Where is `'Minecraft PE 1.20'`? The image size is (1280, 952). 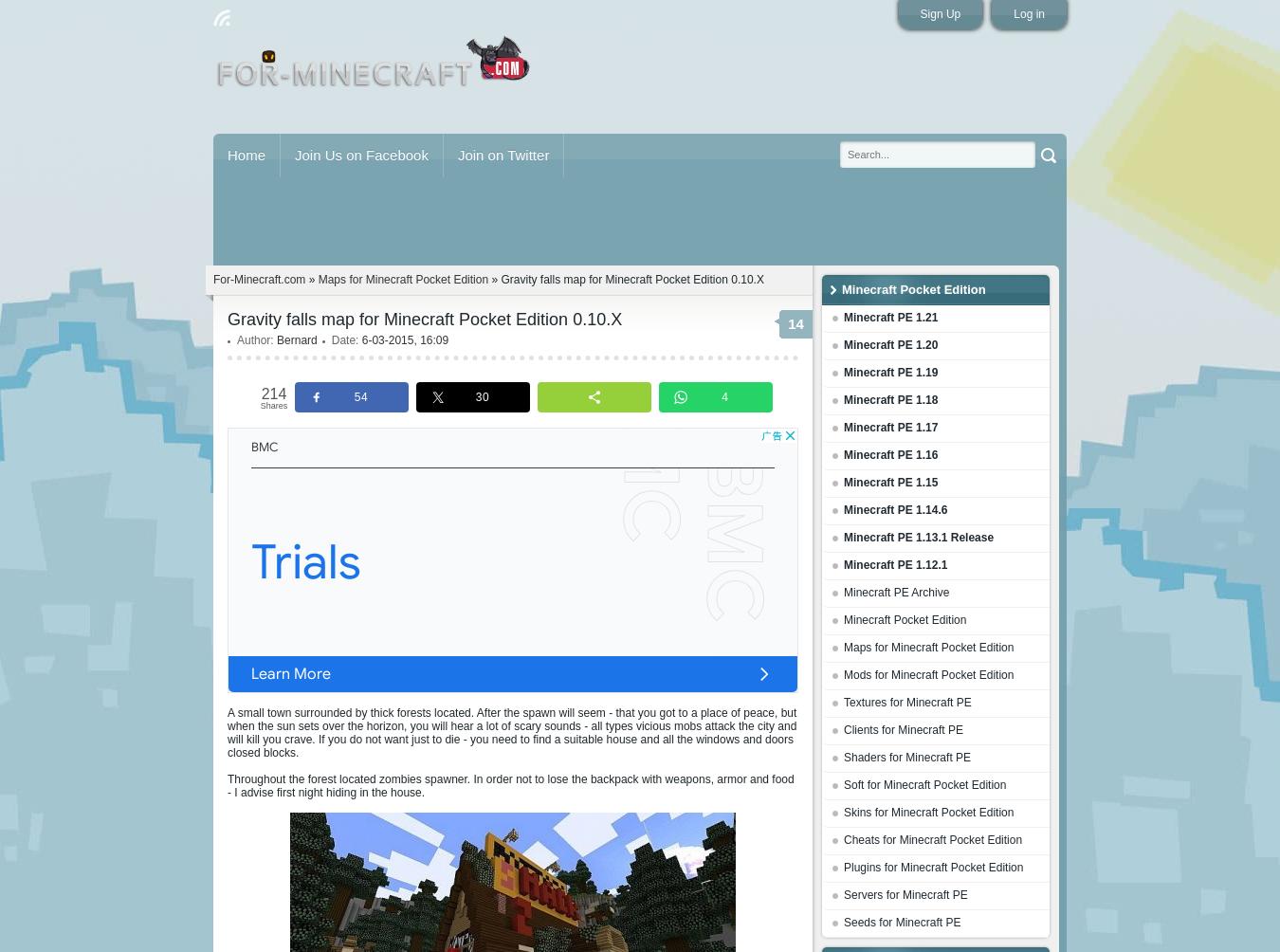
'Minecraft PE 1.20' is located at coordinates (844, 344).